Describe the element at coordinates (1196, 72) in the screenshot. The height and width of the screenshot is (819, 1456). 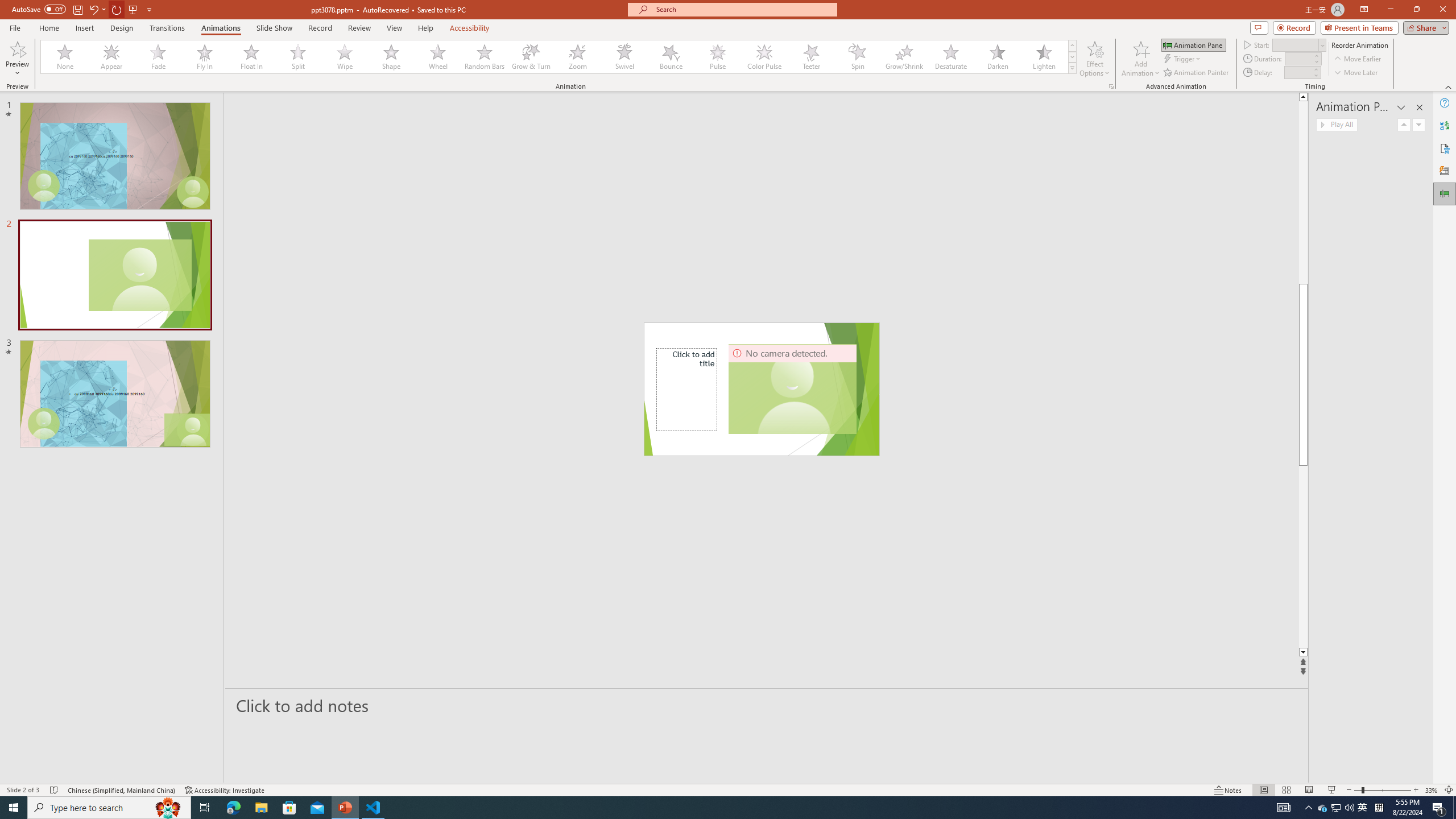
I see `'Animation Painter'` at that location.